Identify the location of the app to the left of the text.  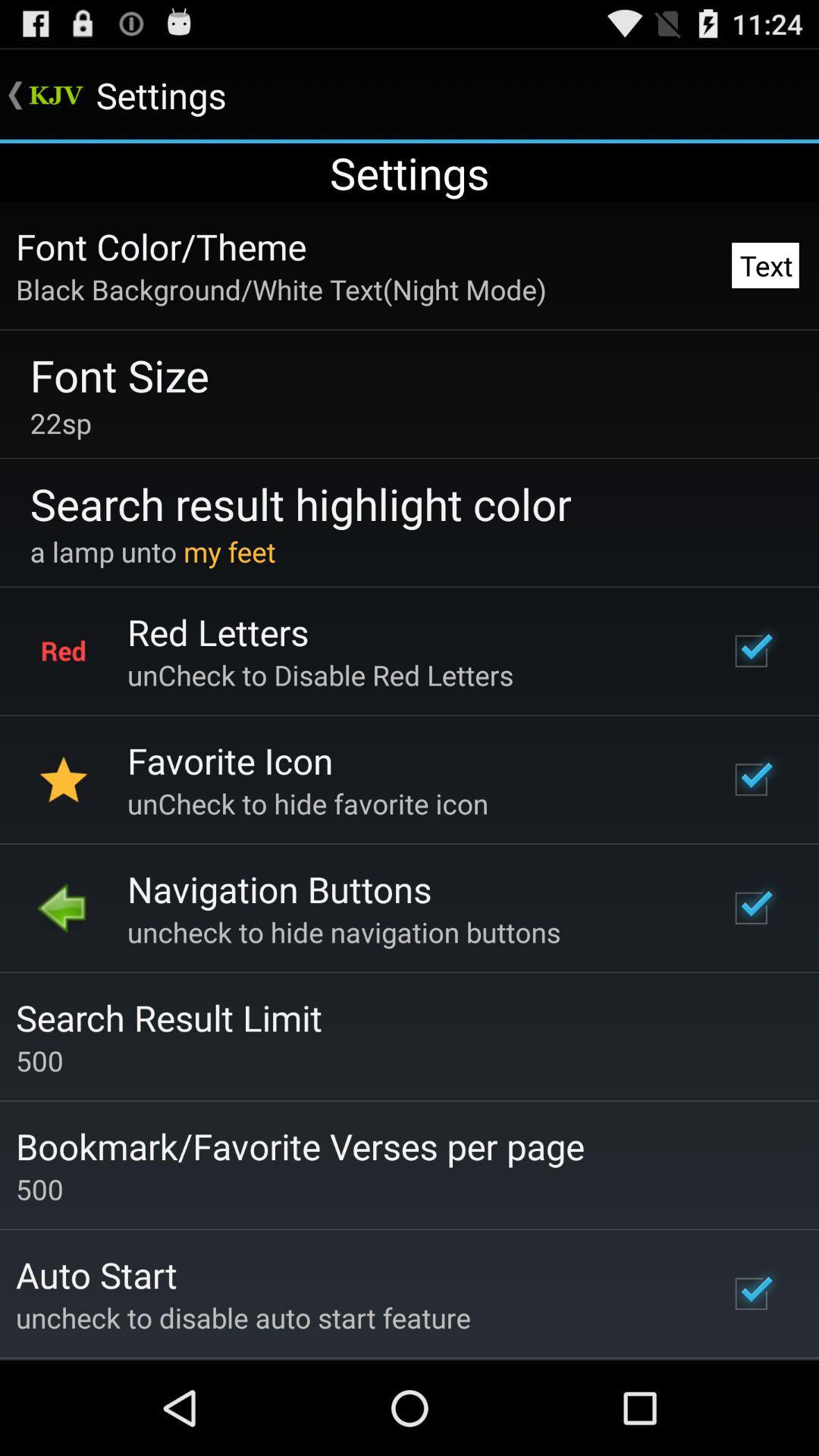
(281, 289).